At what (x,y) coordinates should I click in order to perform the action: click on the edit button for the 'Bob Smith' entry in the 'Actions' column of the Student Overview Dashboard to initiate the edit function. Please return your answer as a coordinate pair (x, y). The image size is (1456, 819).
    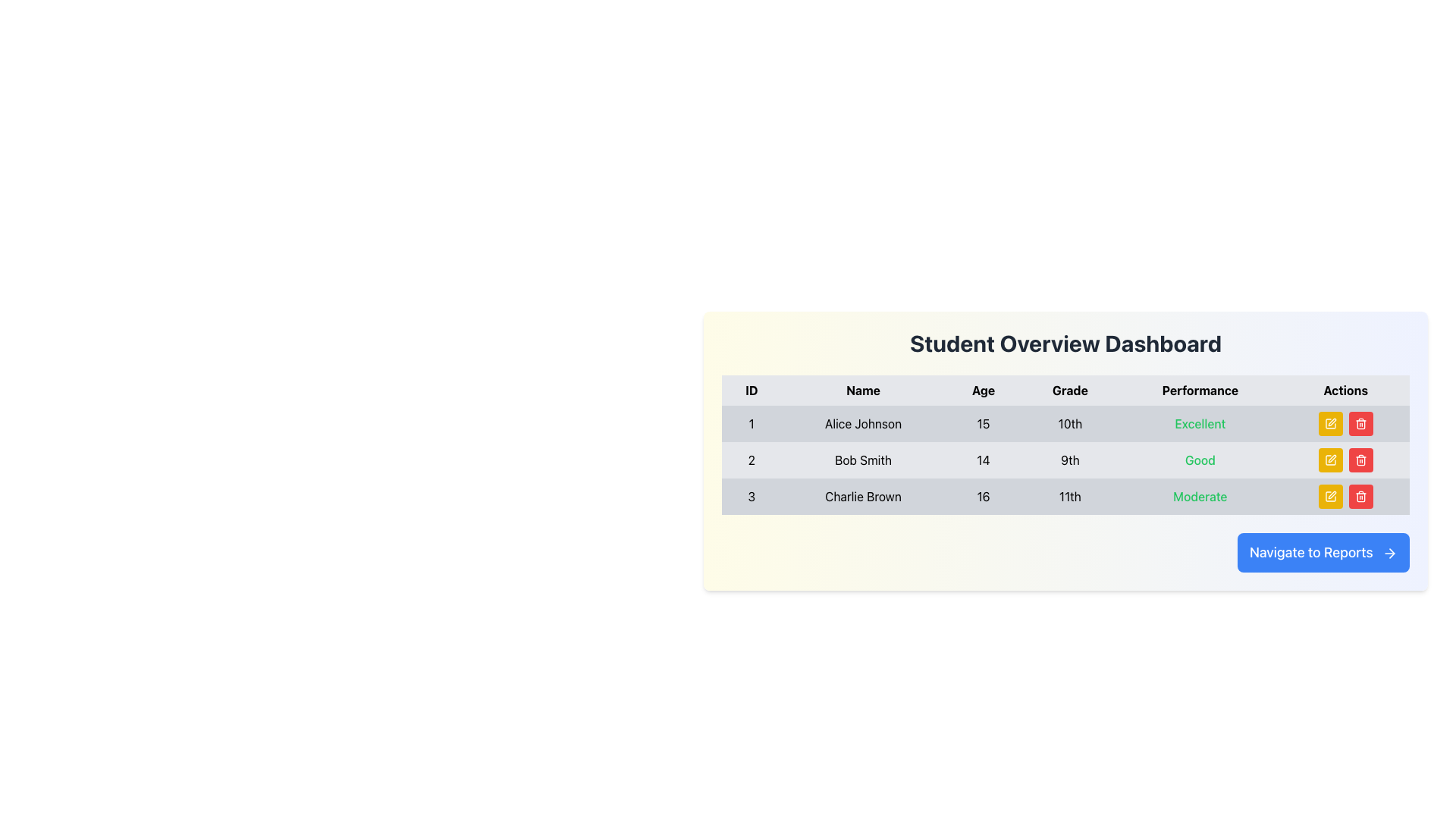
    Looking at the image, I should click on (1329, 459).